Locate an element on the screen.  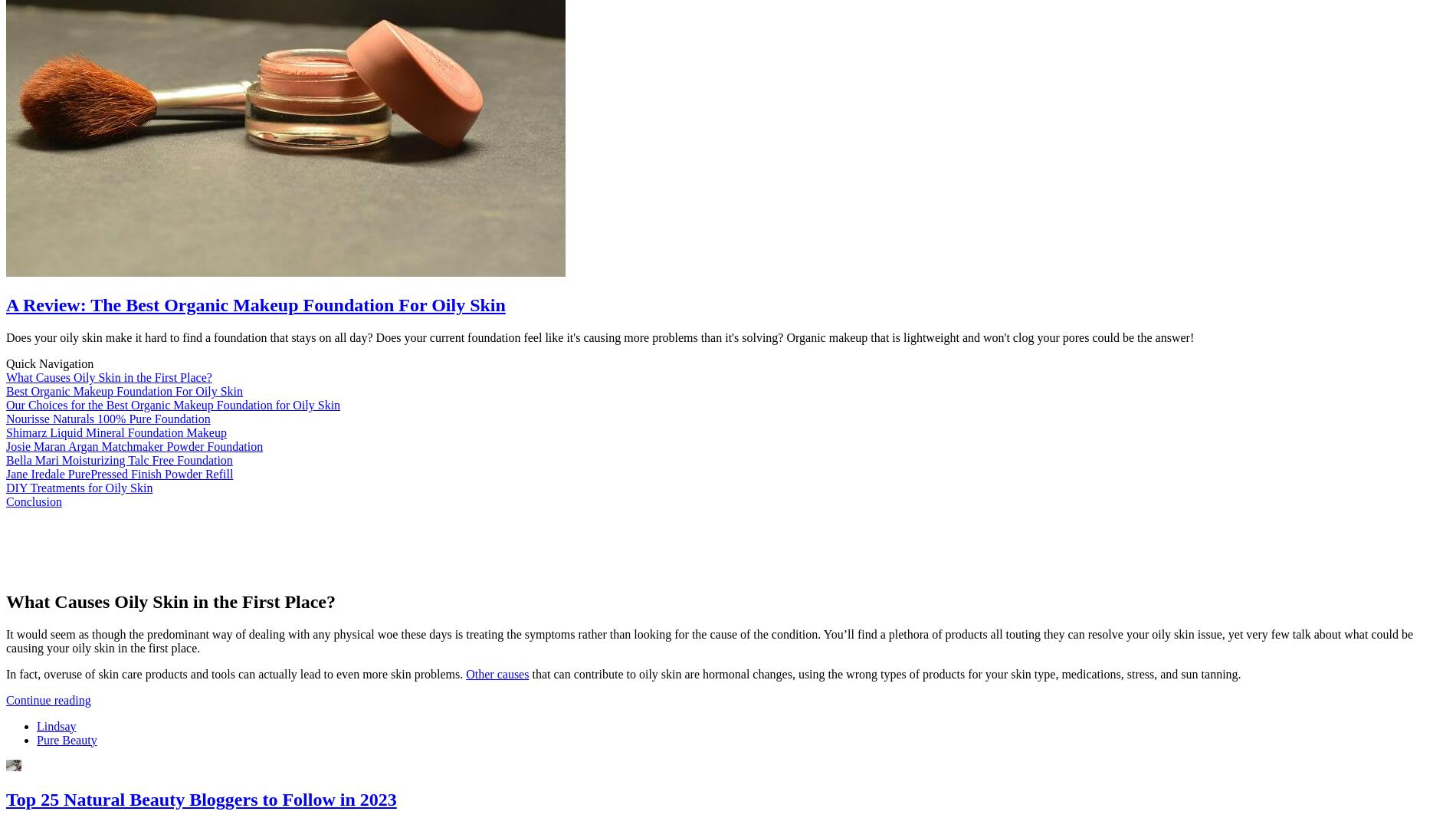
'Quick Navigation' is located at coordinates (49, 362).